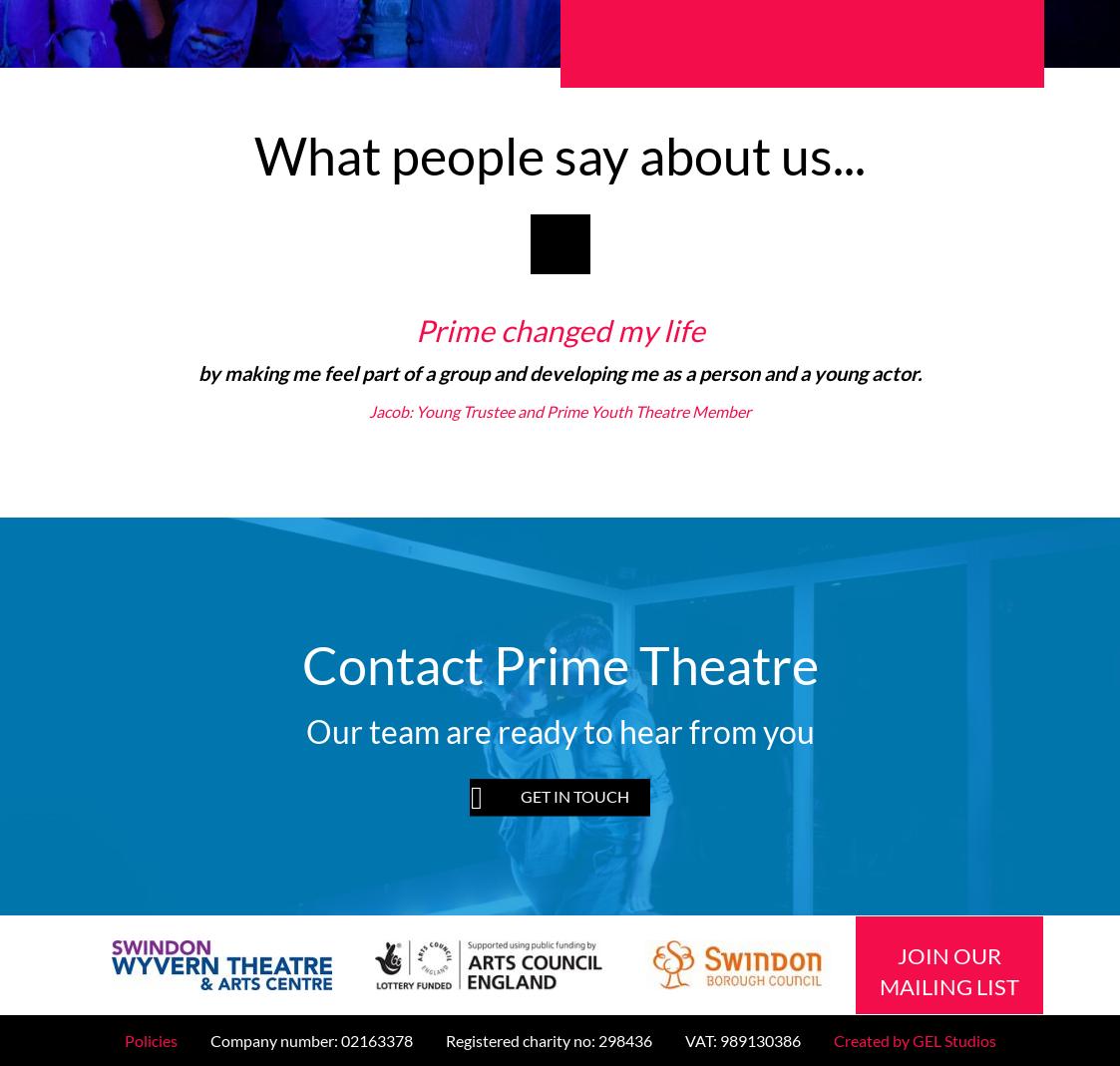 This screenshot has width=1120, height=1066. What do you see at coordinates (369, 411) in the screenshot?
I see `'Jacob: Young Trustee and Prime Youth Theatre Member'` at bounding box center [369, 411].